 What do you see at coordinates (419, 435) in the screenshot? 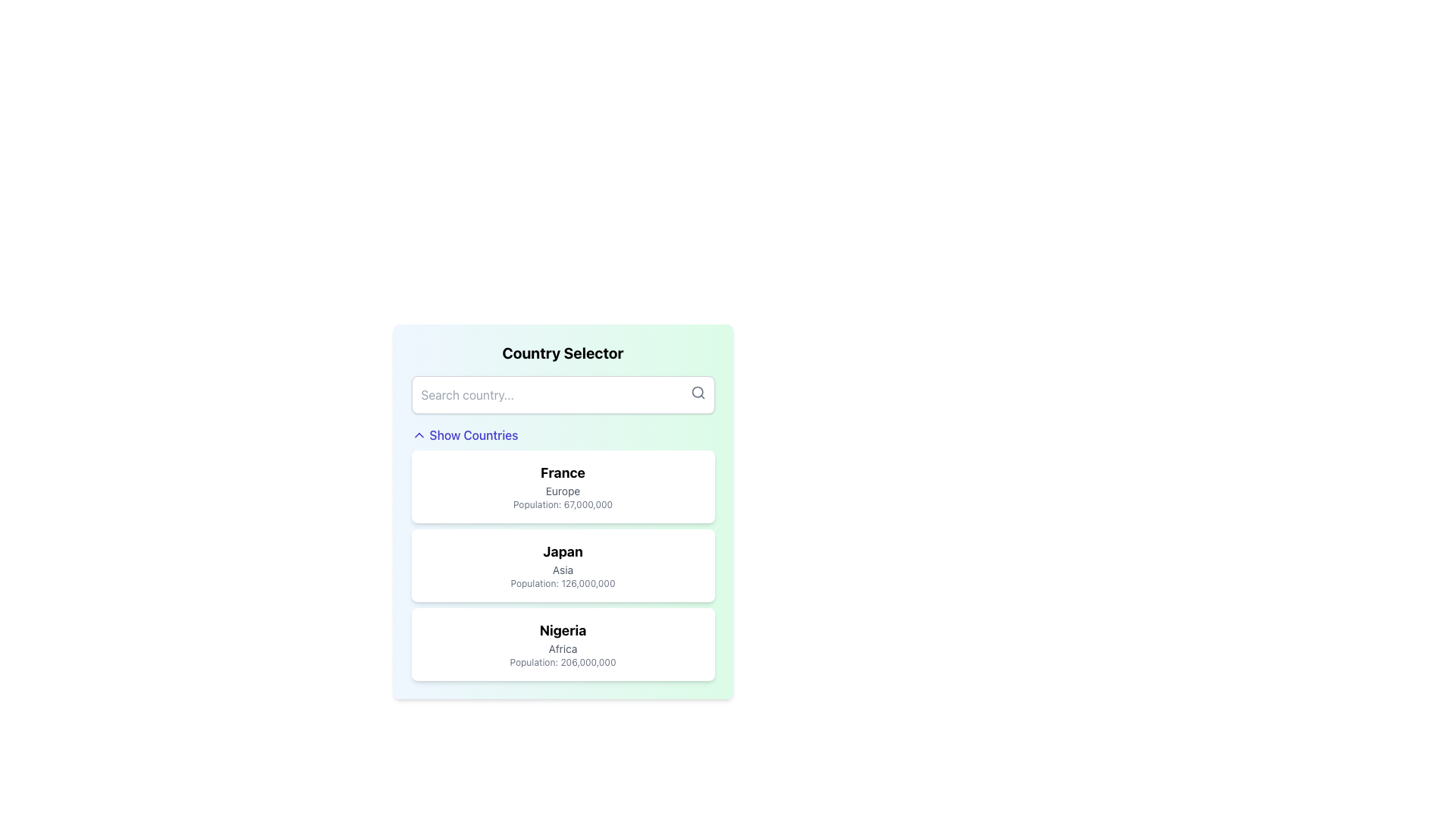
I see `the upward-pointing chevron icon, which is styled with a minimalistic design and located immediately to the left of the 'Show Countries' text` at bounding box center [419, 435].